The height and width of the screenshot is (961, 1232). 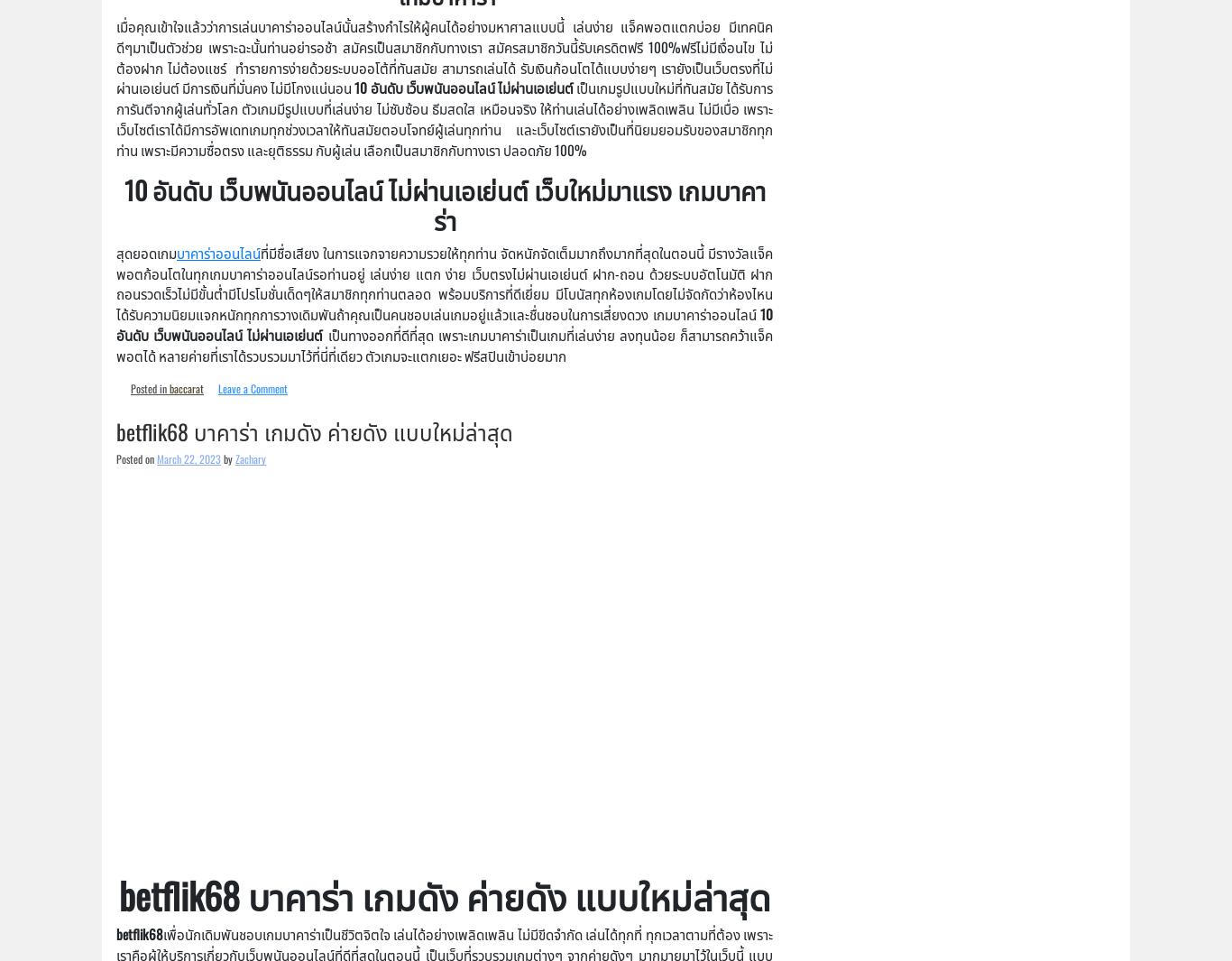 I want to click on 'Leave a Comment', so click(x=253, y=386).